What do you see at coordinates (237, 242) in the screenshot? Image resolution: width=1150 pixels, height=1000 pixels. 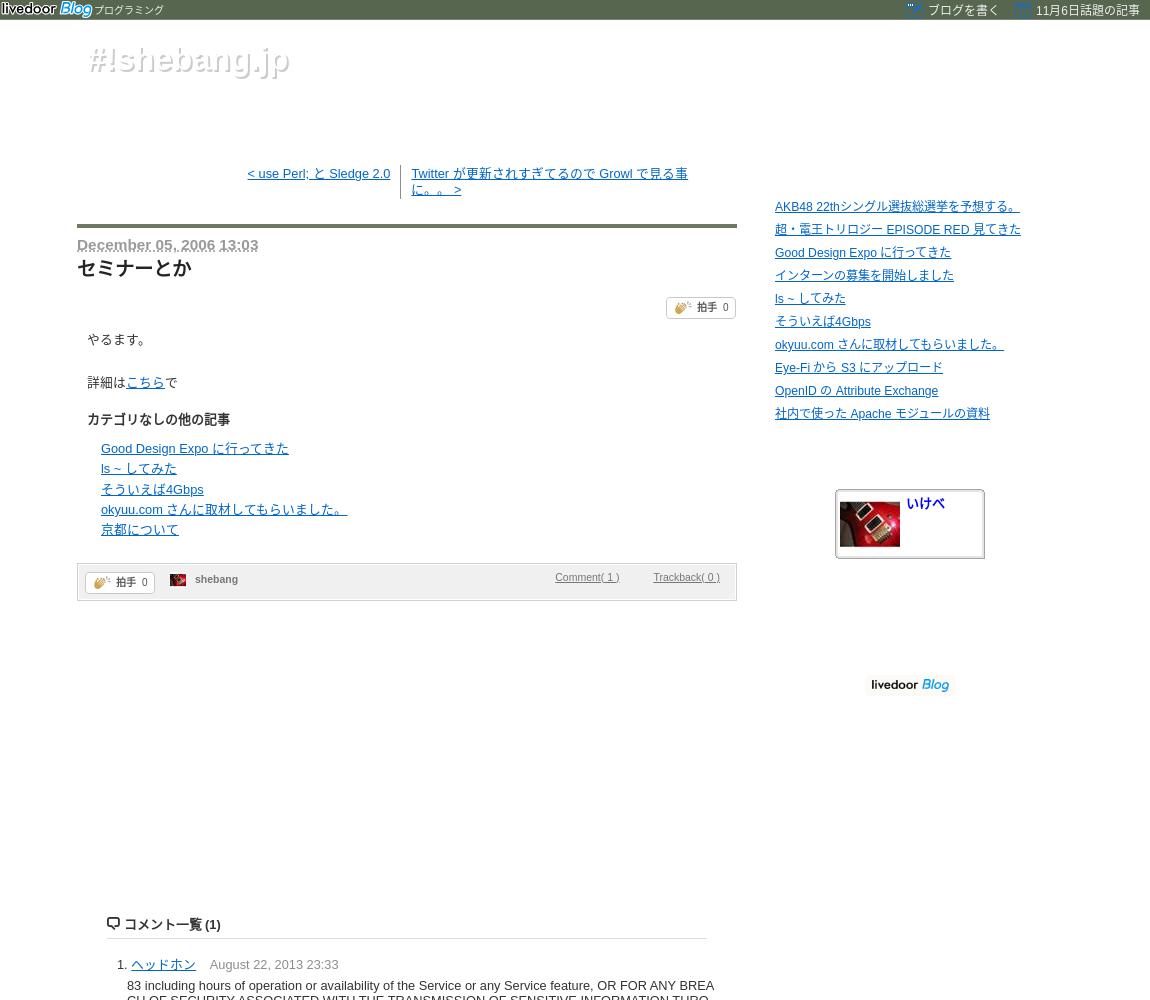 I see `'13:03'` at bounding box center [237, 242].